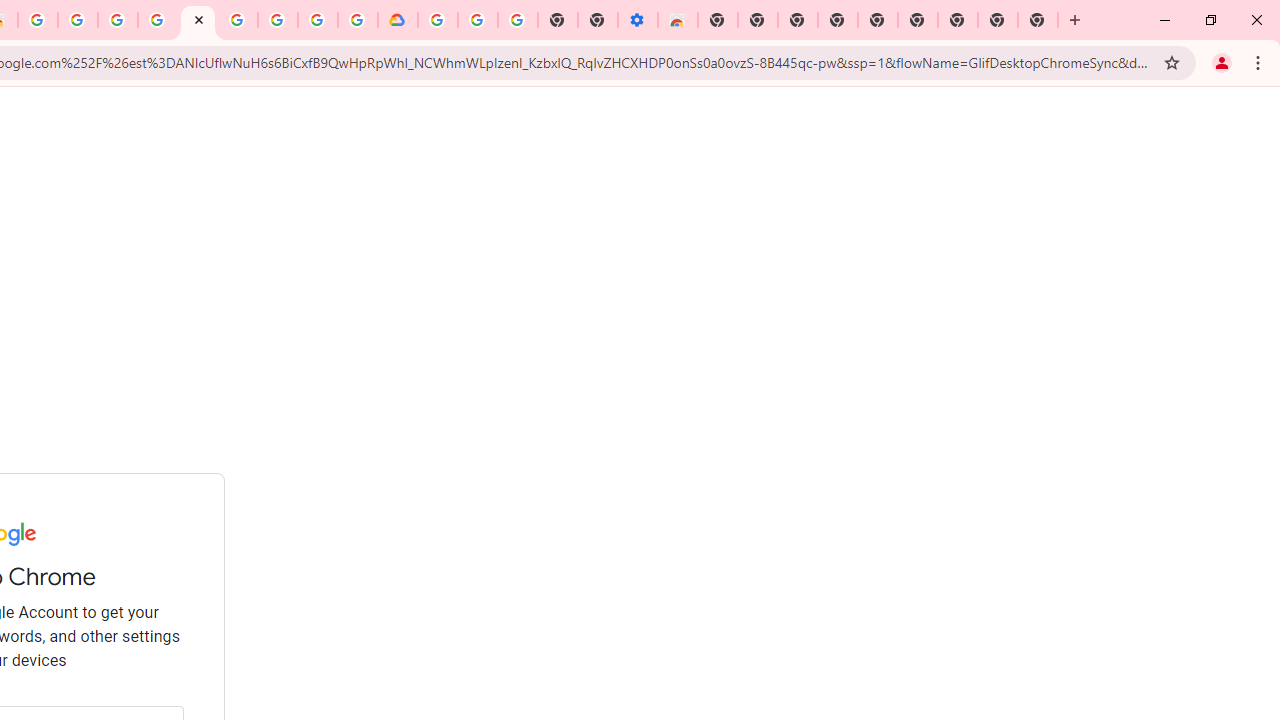 This screenshot has width=1280, height=720. What do you see at coordinates (78, 20) in the screenshot?
I see `'Create your Google Account'` at bounding box center [78, 20].